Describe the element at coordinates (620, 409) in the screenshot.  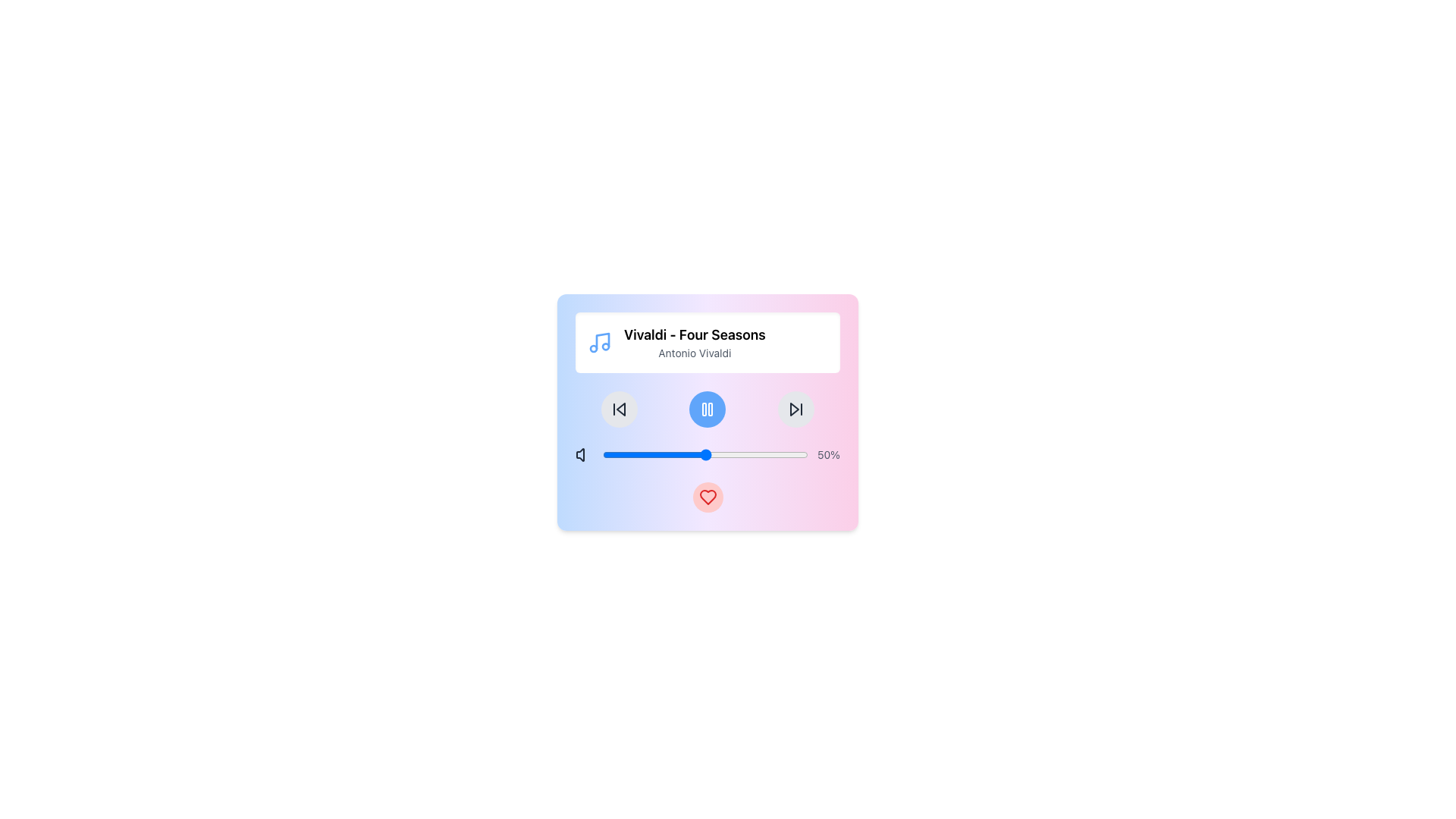
I see `the skip-backward icon button in the music player interface` at that location.